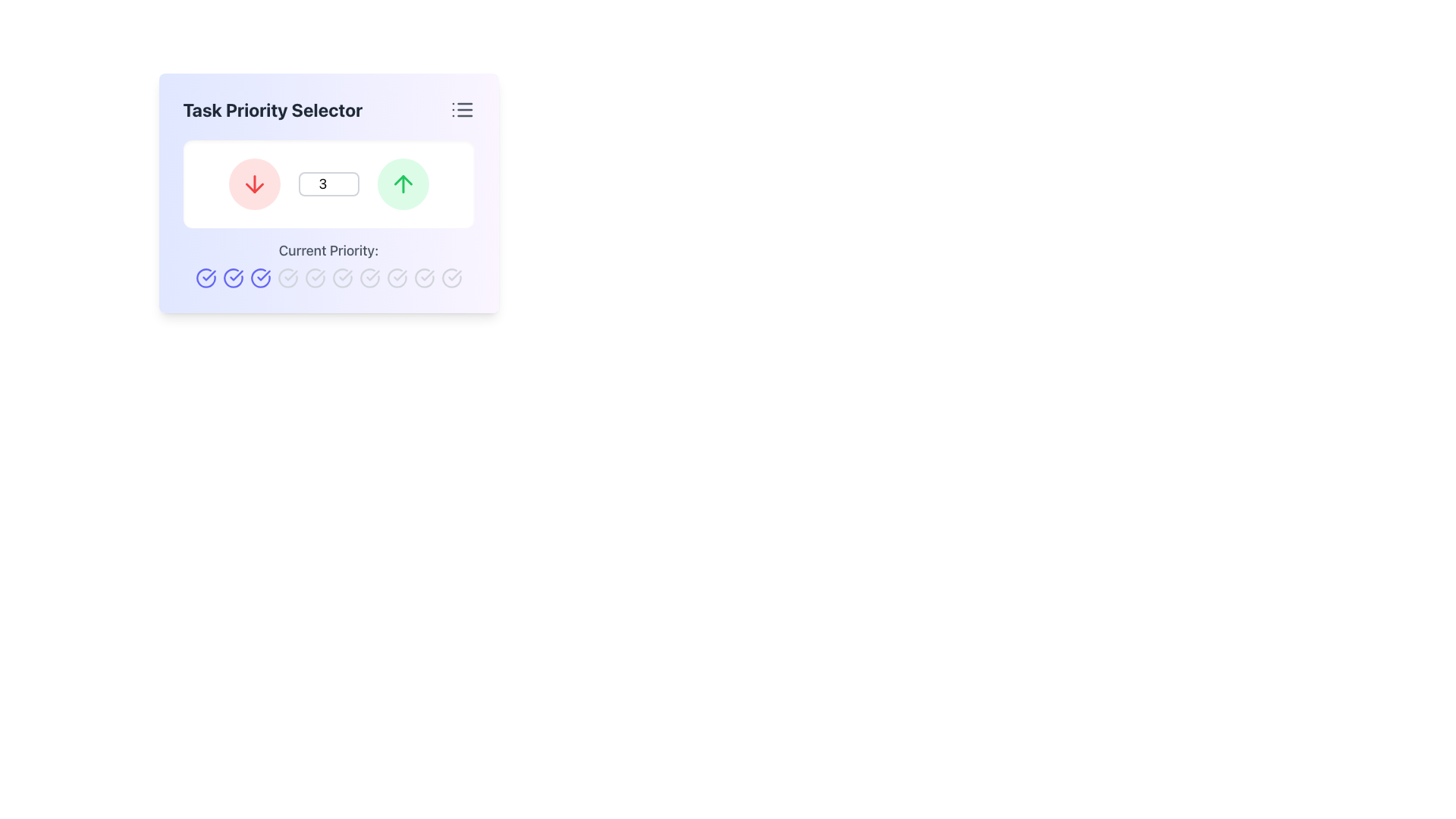 The height and width of the screenshot is (819, 1456). What do you see at coordinates (260, 278) in the screenshot?
I see `the third circular interactive icon in the 'Current Priority' section` at bounding box center [260, 278].